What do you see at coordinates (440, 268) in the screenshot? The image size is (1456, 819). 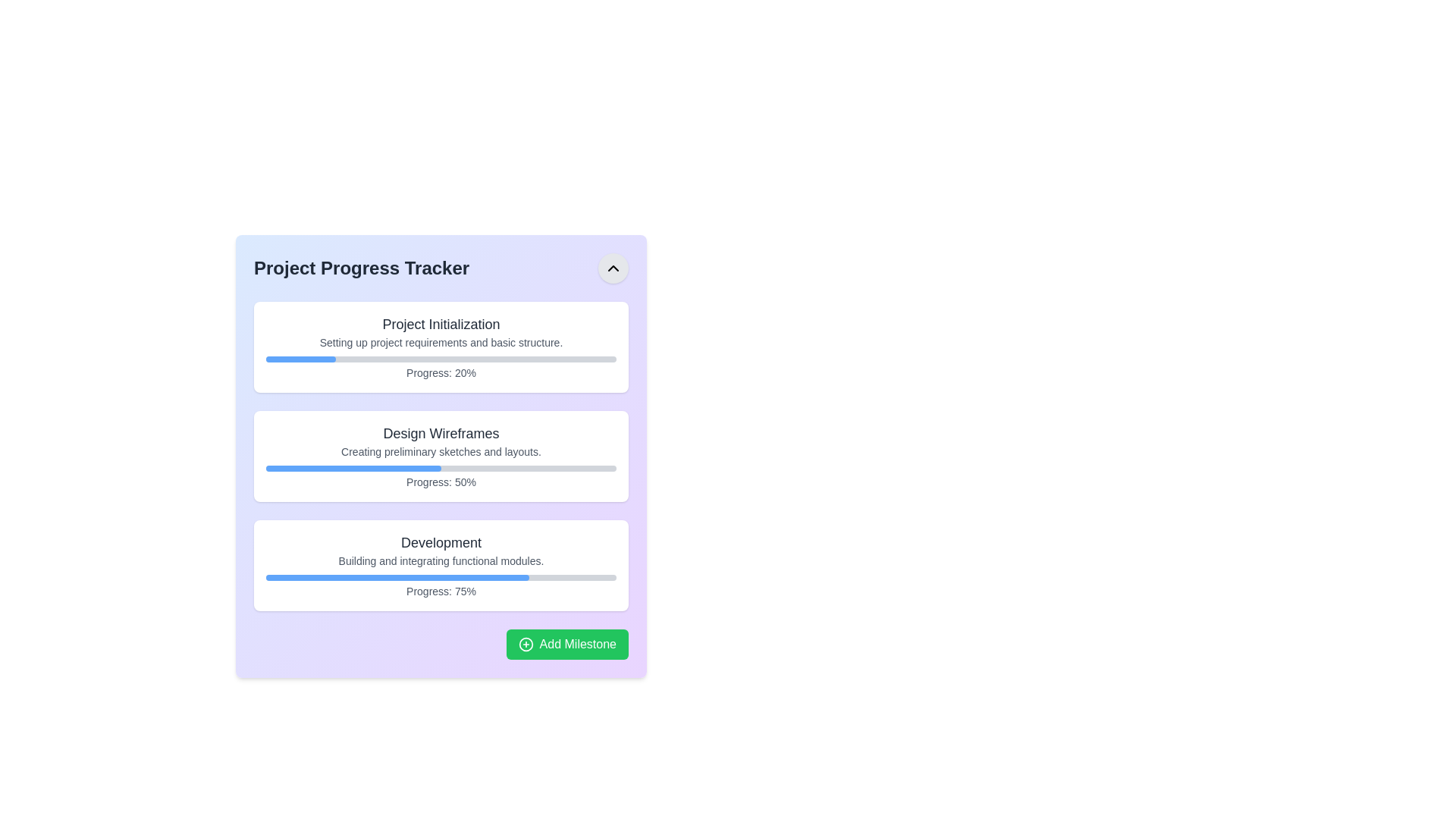 I see `the Section Header titled 'Project Progress Tracker' to emphasize it` at bounding box center [440, 268].